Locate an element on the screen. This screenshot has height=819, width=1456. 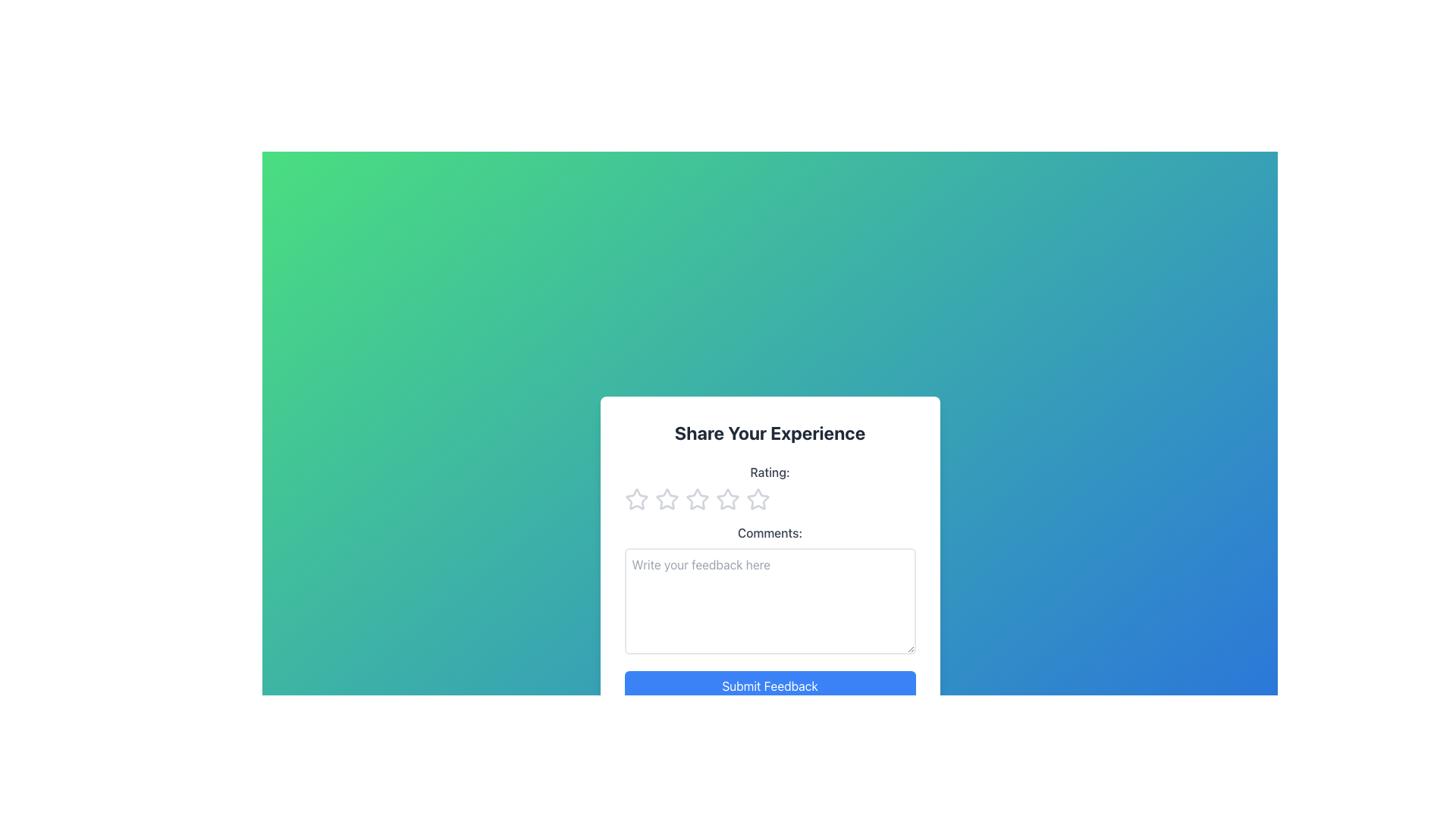
the bold heading with the text 'Share Your Experience' at the top of the feedback form interface is located at coordinates (770, 432).